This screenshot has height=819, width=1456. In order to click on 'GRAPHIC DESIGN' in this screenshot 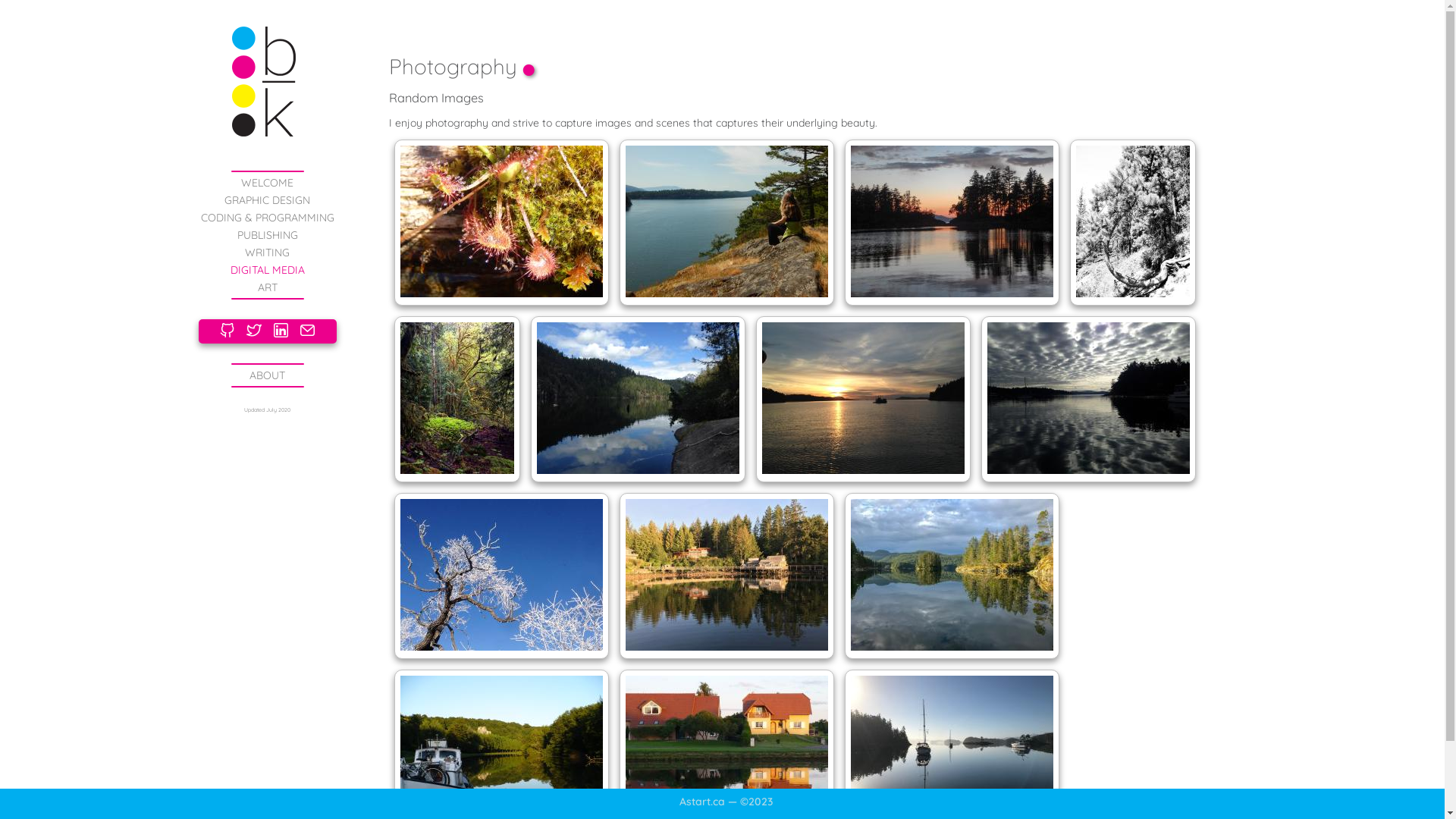, I will do `click(224, 199)`.